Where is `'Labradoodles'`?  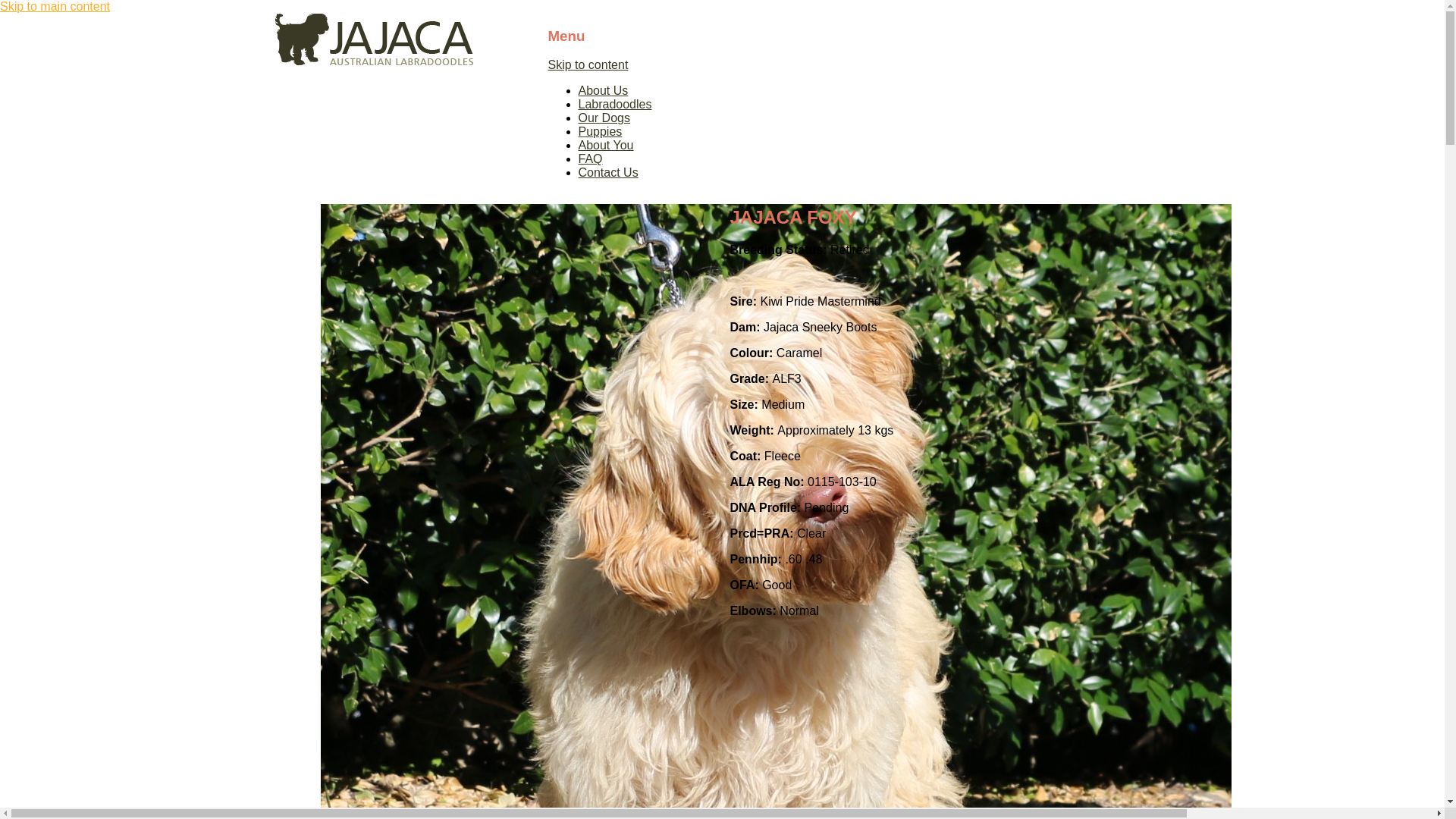 'Labradoodles' is located at coordinates (614, 103).